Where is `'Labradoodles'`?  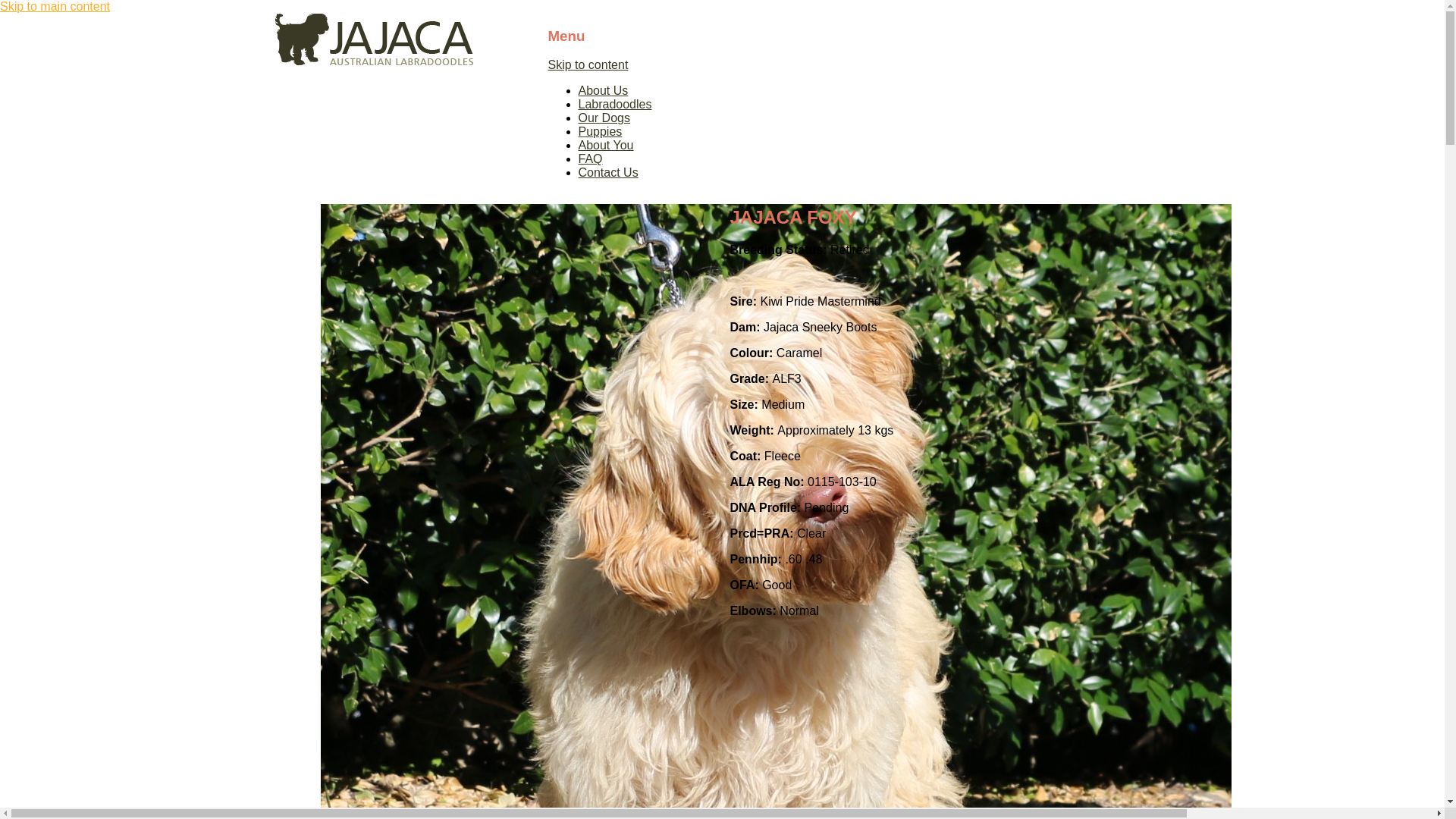 'Labradoodles' is located at coordinates (614, 103).